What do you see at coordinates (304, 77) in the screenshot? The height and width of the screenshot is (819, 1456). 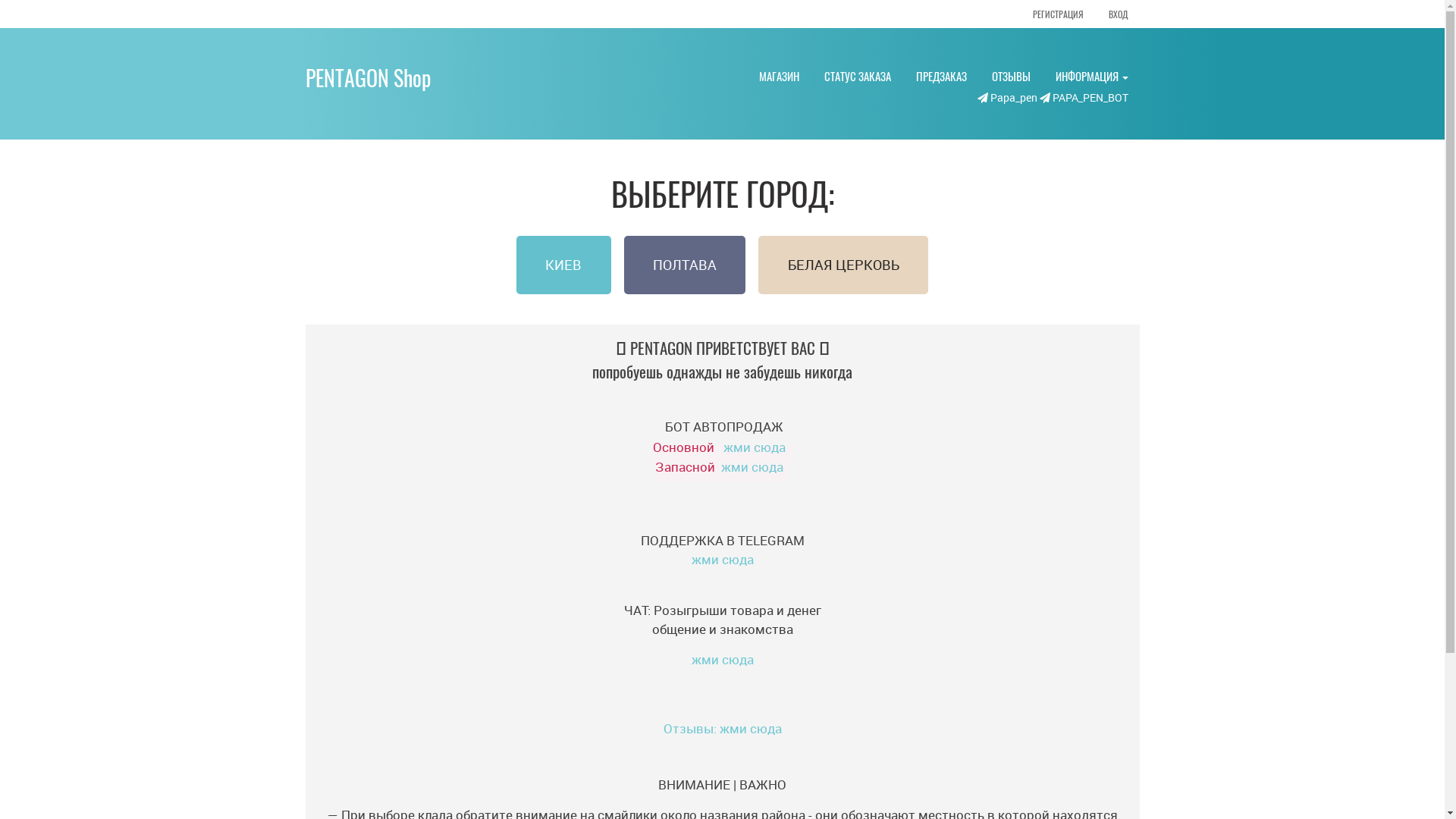 I see `'PENTAGON Shop'` at bounding box center [304, 77].